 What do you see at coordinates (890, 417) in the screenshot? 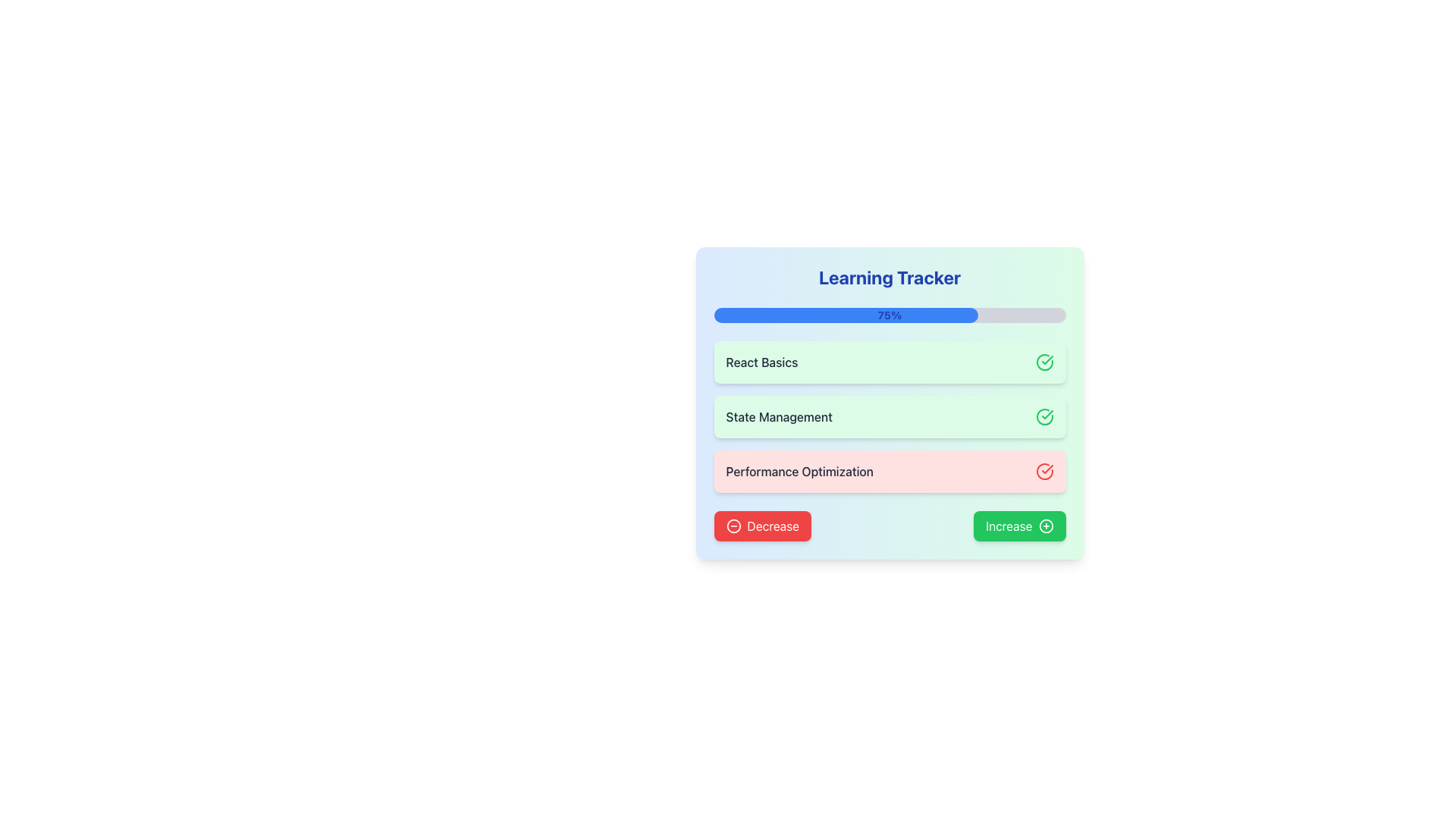
I see `the List item or status tile labeled 'State Management'` at bounding box center [890, 417].